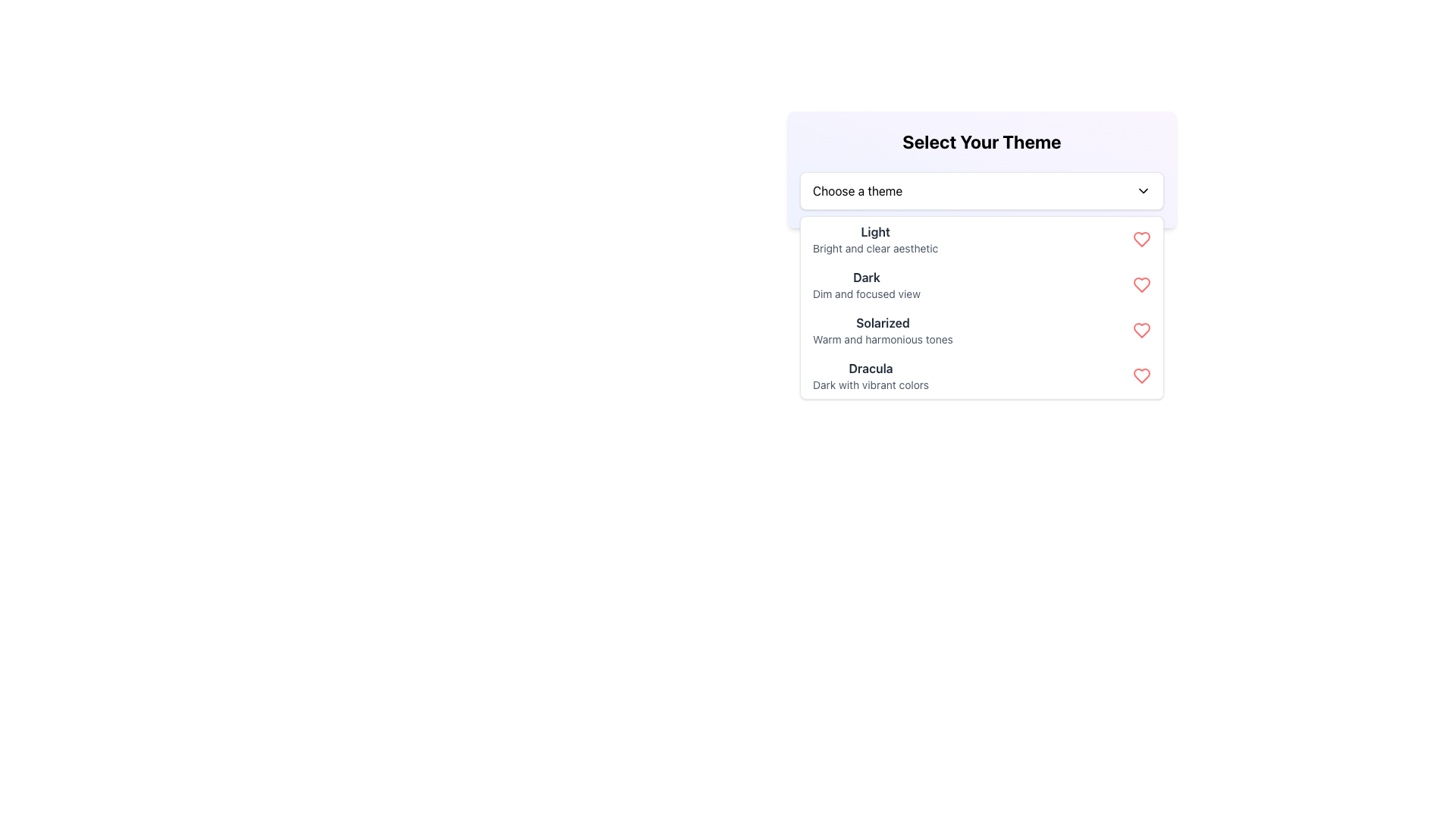  I want to click on the dropdown menu titled 'Select Your Theme', so click(982, 169).